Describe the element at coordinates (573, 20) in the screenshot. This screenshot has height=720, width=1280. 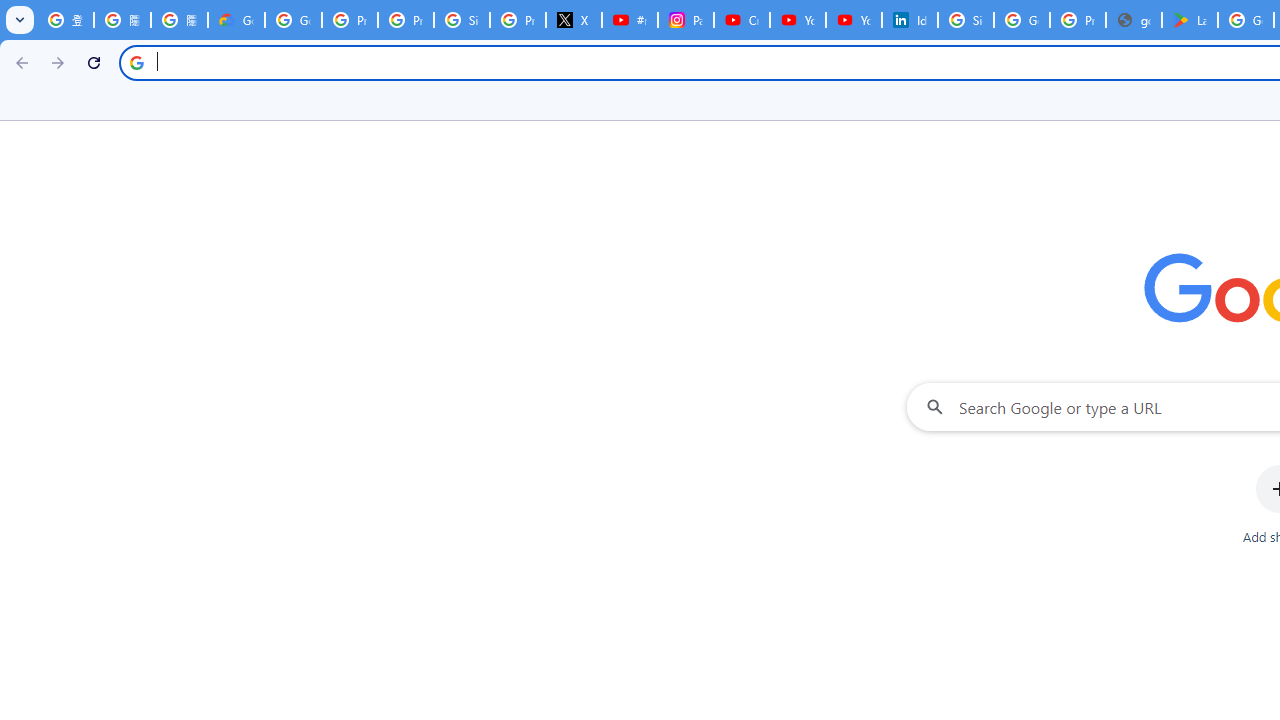
I see `'X'` at that location.